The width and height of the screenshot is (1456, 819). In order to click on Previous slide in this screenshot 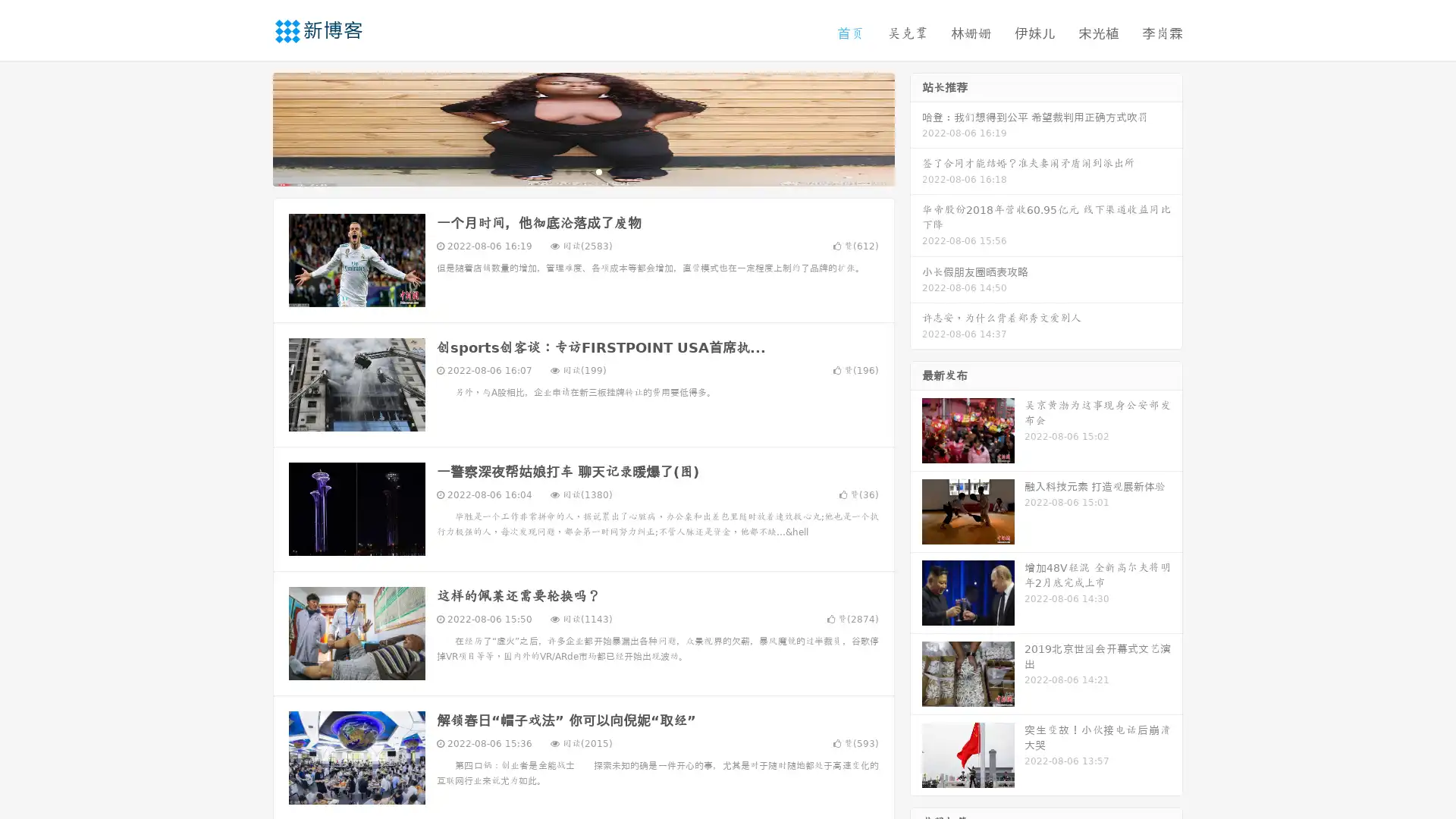, I will do `click(250, 127)`.